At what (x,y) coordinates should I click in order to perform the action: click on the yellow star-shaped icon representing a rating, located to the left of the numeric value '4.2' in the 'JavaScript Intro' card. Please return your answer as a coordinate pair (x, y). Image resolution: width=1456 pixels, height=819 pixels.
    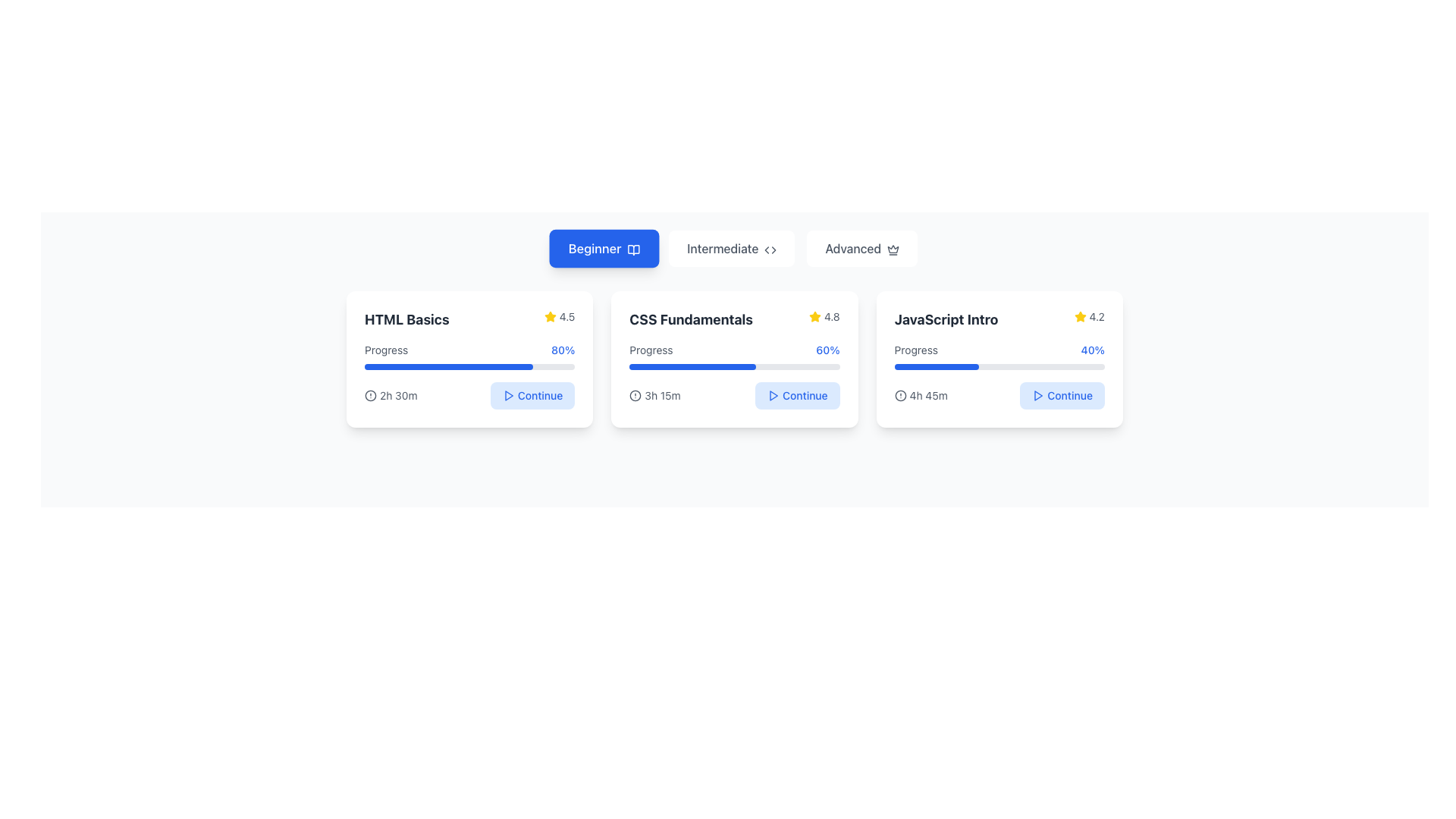
    Looking at the image, I should click on (1079, 315).